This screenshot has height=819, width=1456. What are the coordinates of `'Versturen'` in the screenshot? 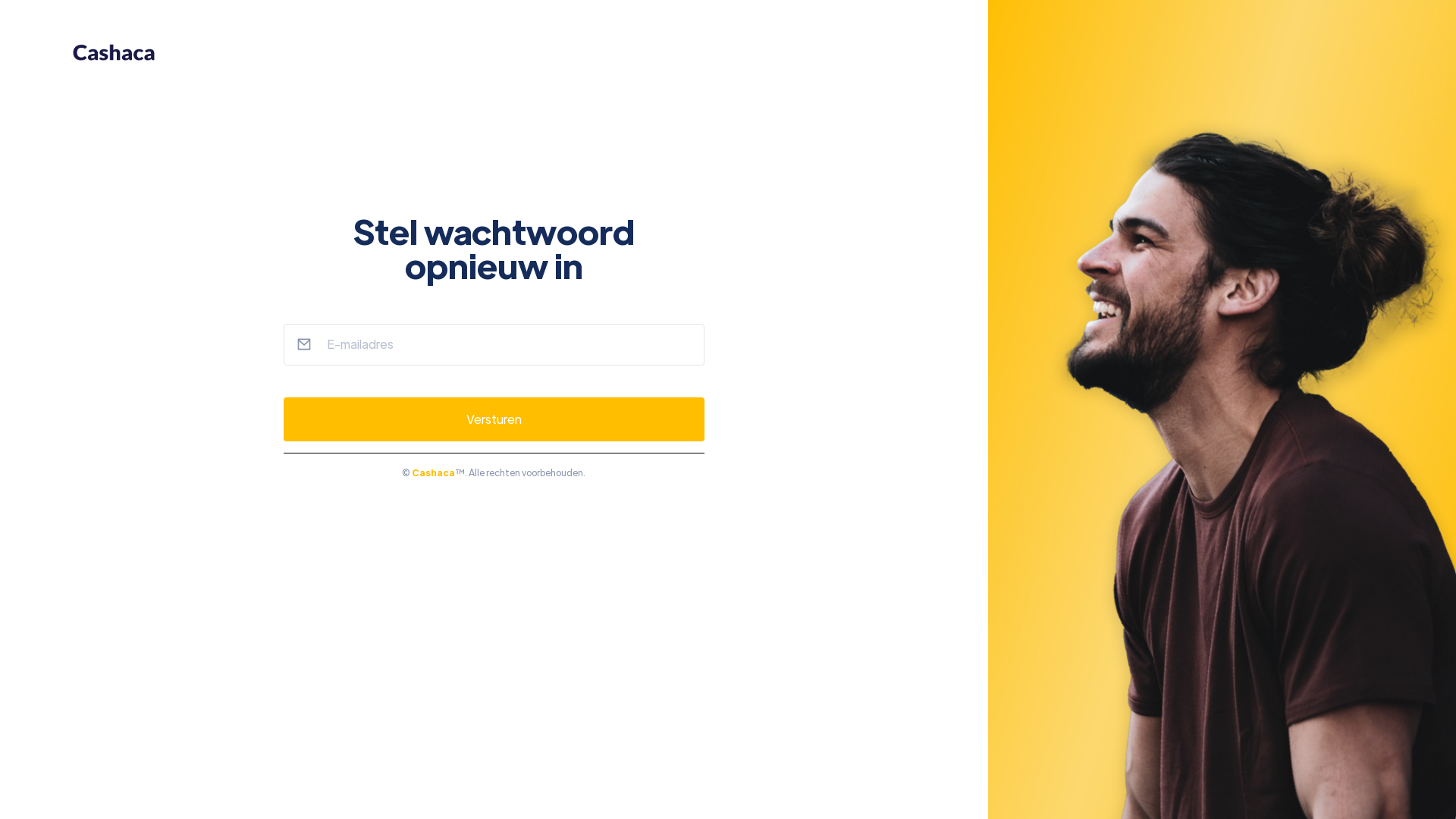 It's located at (494, 419).